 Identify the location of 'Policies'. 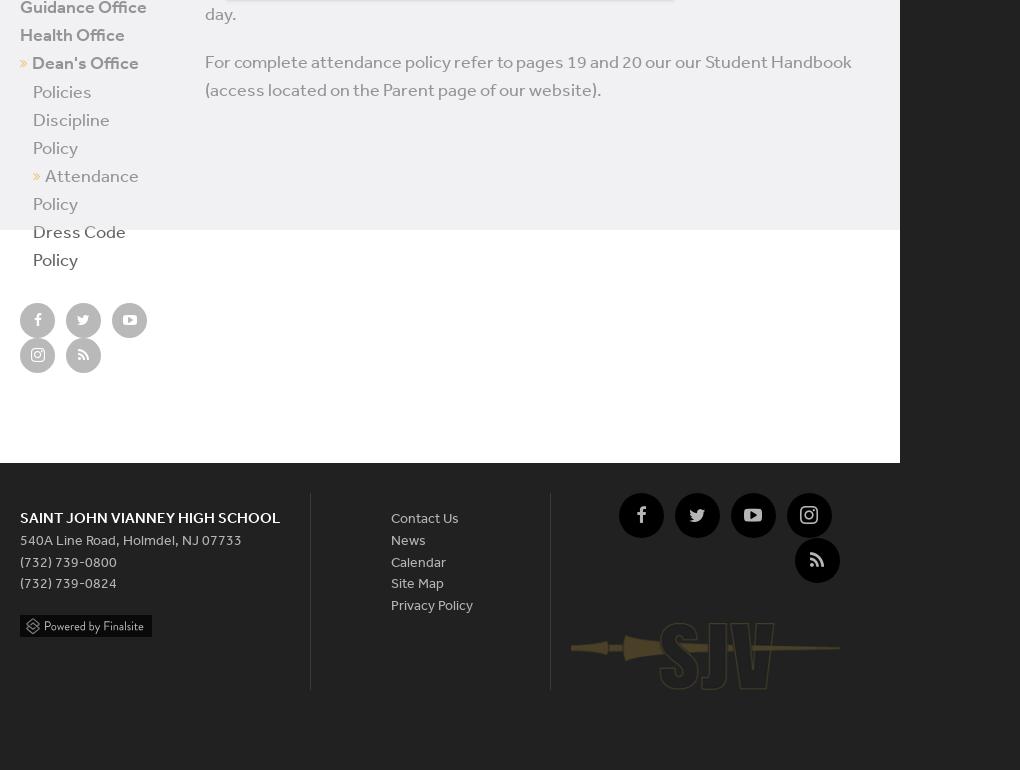
(62, 90).